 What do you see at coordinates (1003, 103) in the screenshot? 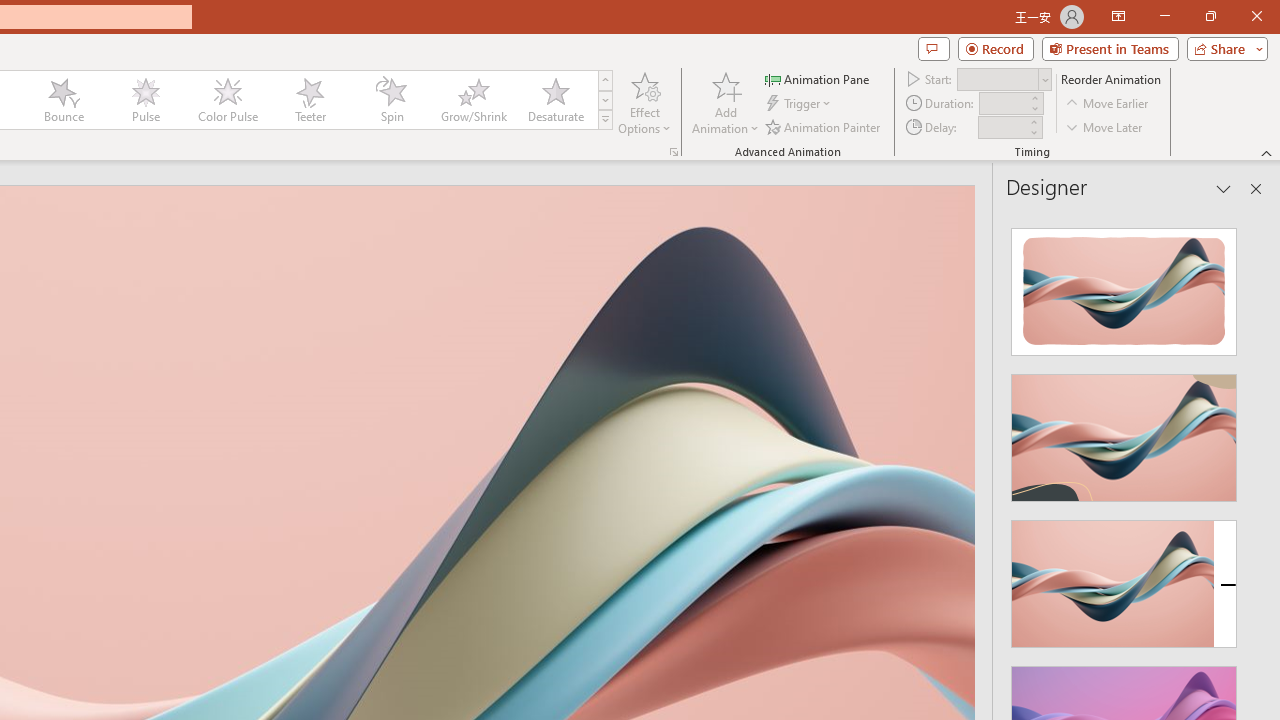
I see `'Animation Duration'` at bounding box center [1003, 103].